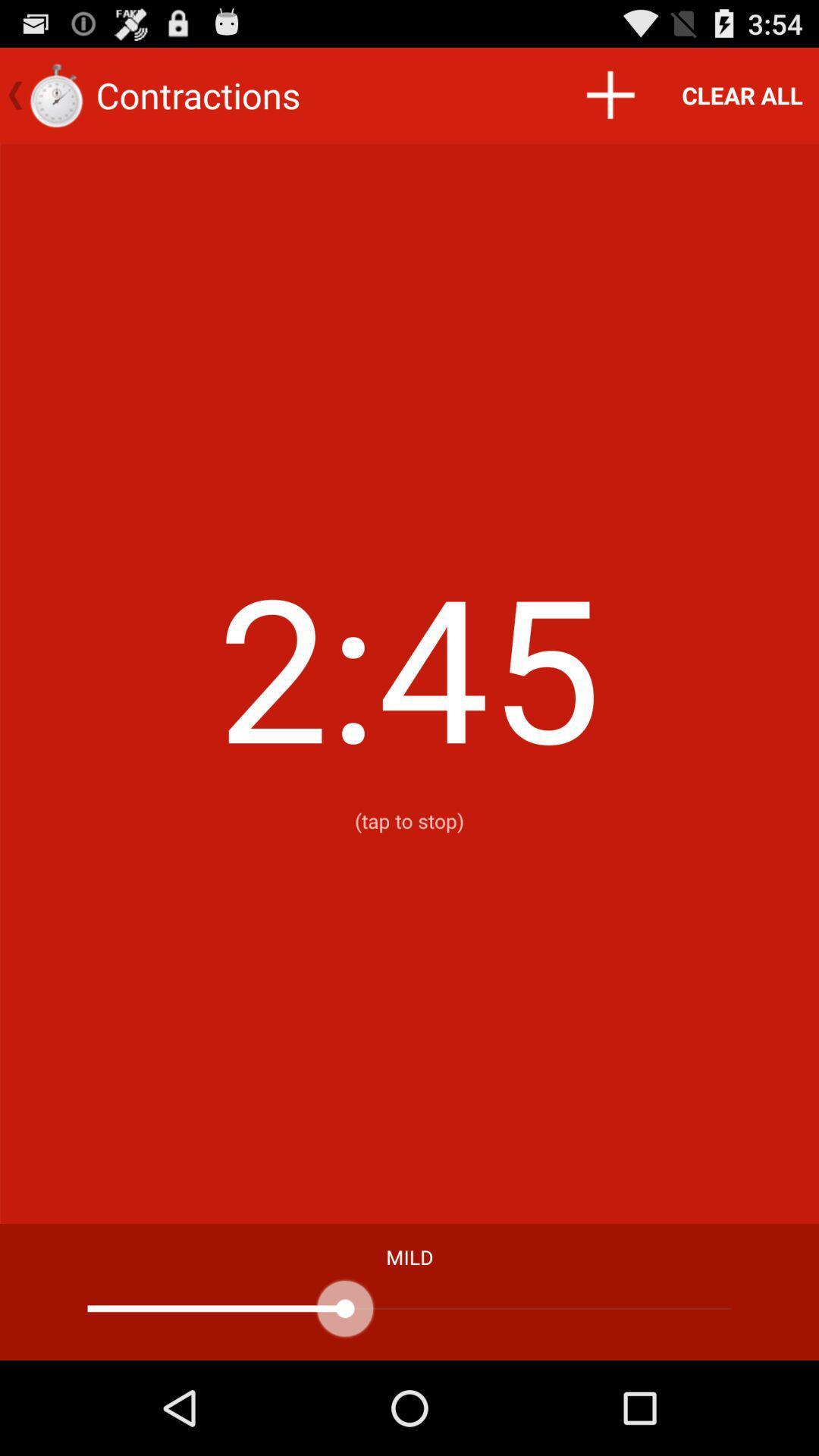 This screenshot has height=1456, width=819. What do you see at coordinates (742, 94) in the screenshot?
I see `clear all icon` at bounding box center [742, 94].